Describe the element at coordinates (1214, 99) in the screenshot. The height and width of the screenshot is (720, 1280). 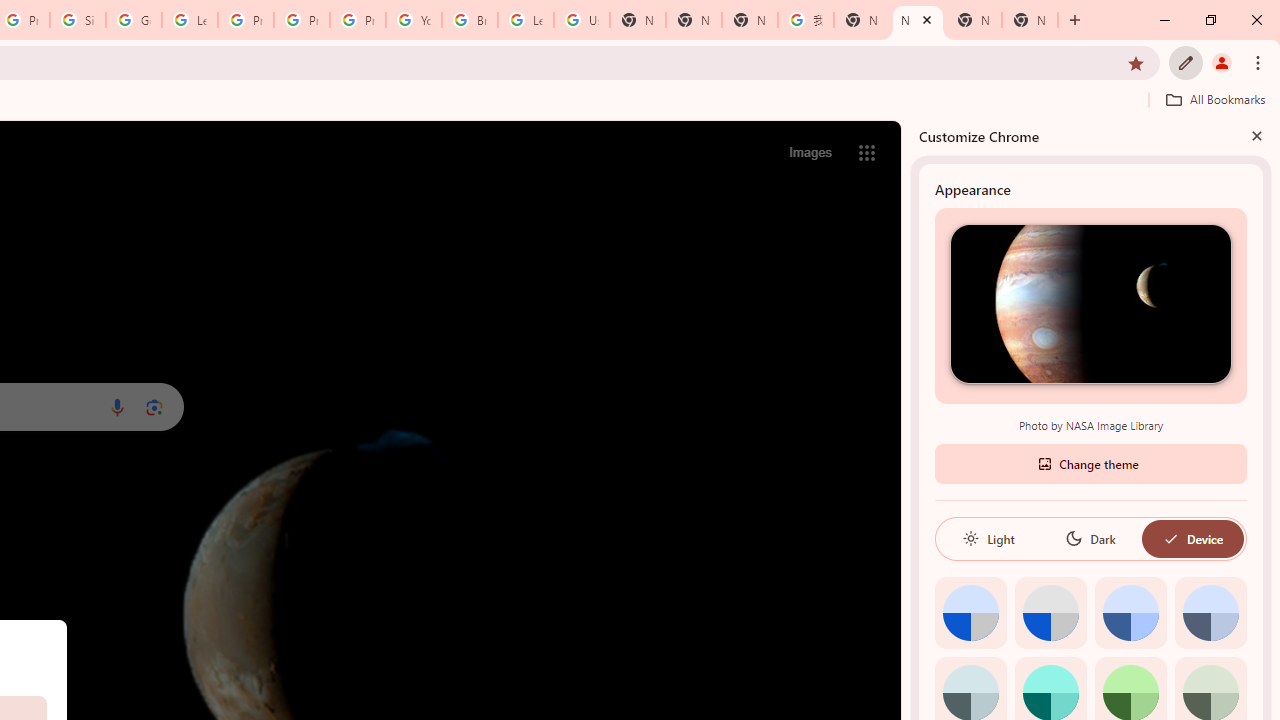
I see `'All Bookmarks'` at that location.